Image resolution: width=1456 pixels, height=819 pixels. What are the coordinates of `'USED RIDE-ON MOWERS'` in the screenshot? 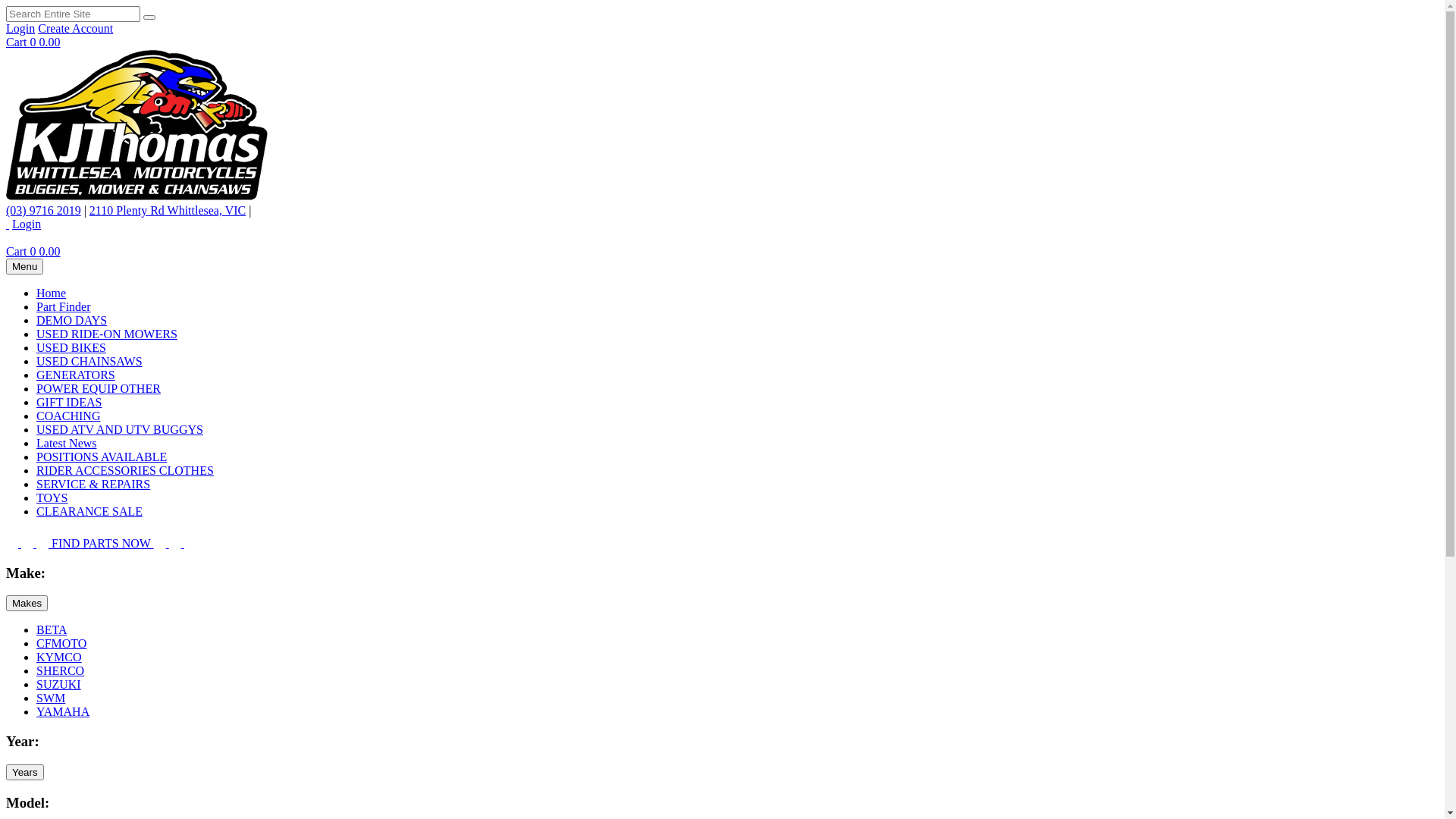 It's located at (105, 333).